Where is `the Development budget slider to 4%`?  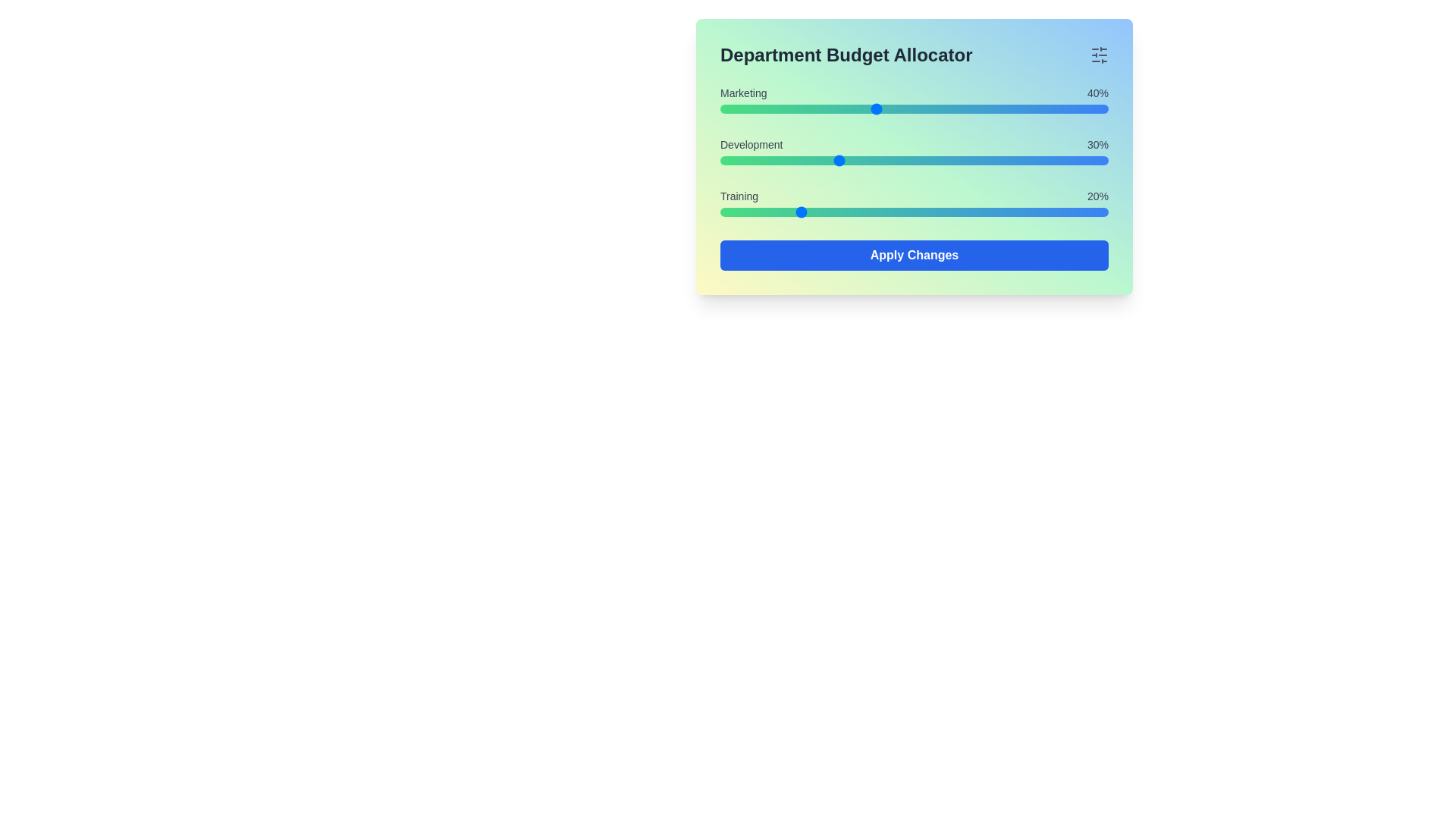 the Development budget slider to 4% is located at coordinates (736, 161).